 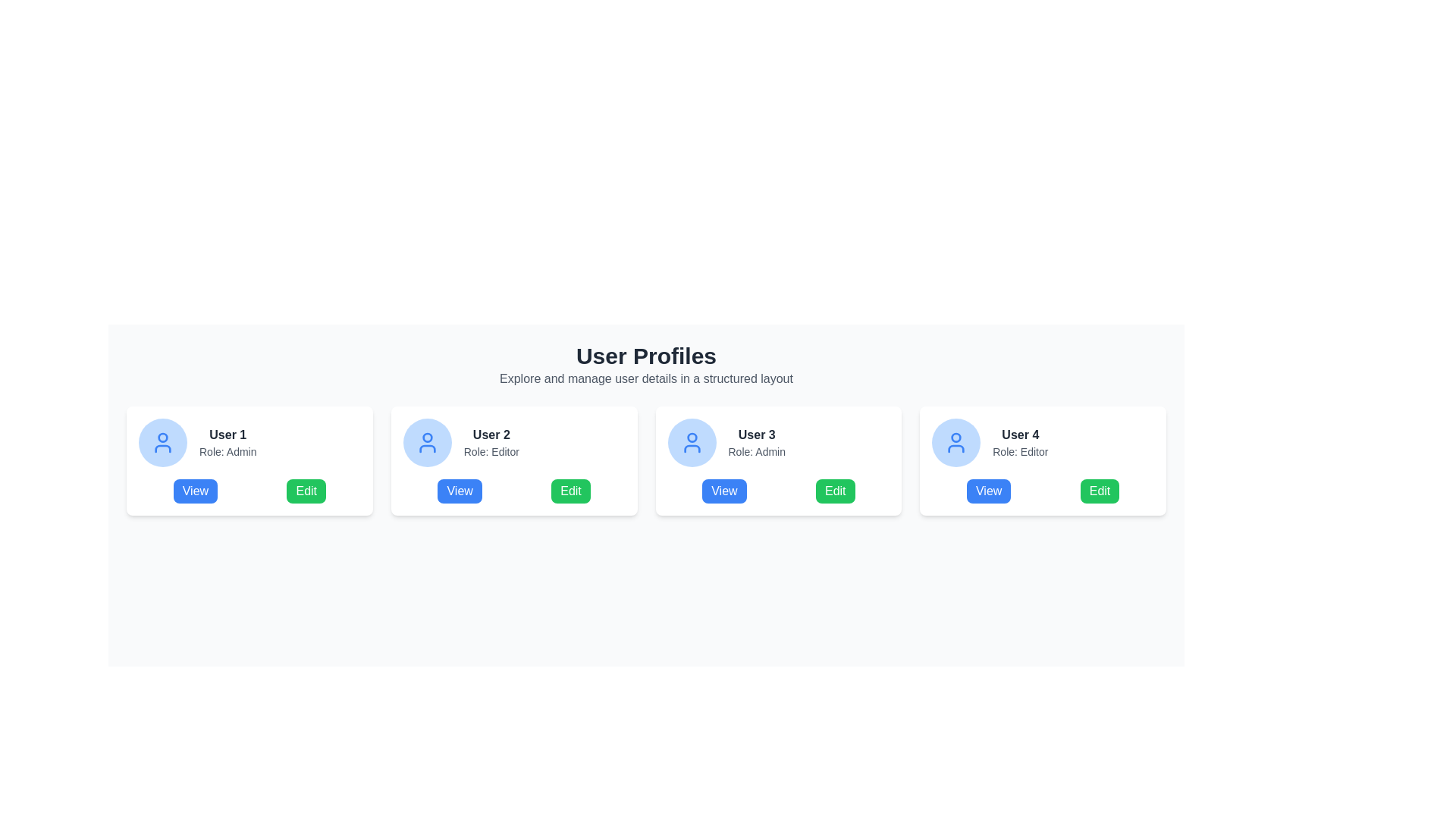 I want to click on curved line icon representing the outline of shoulders and torso in the user profile icon located in the fourth card from the left in the bottom row of the user profiles grid using developer tools, so click(x=955, y=447).